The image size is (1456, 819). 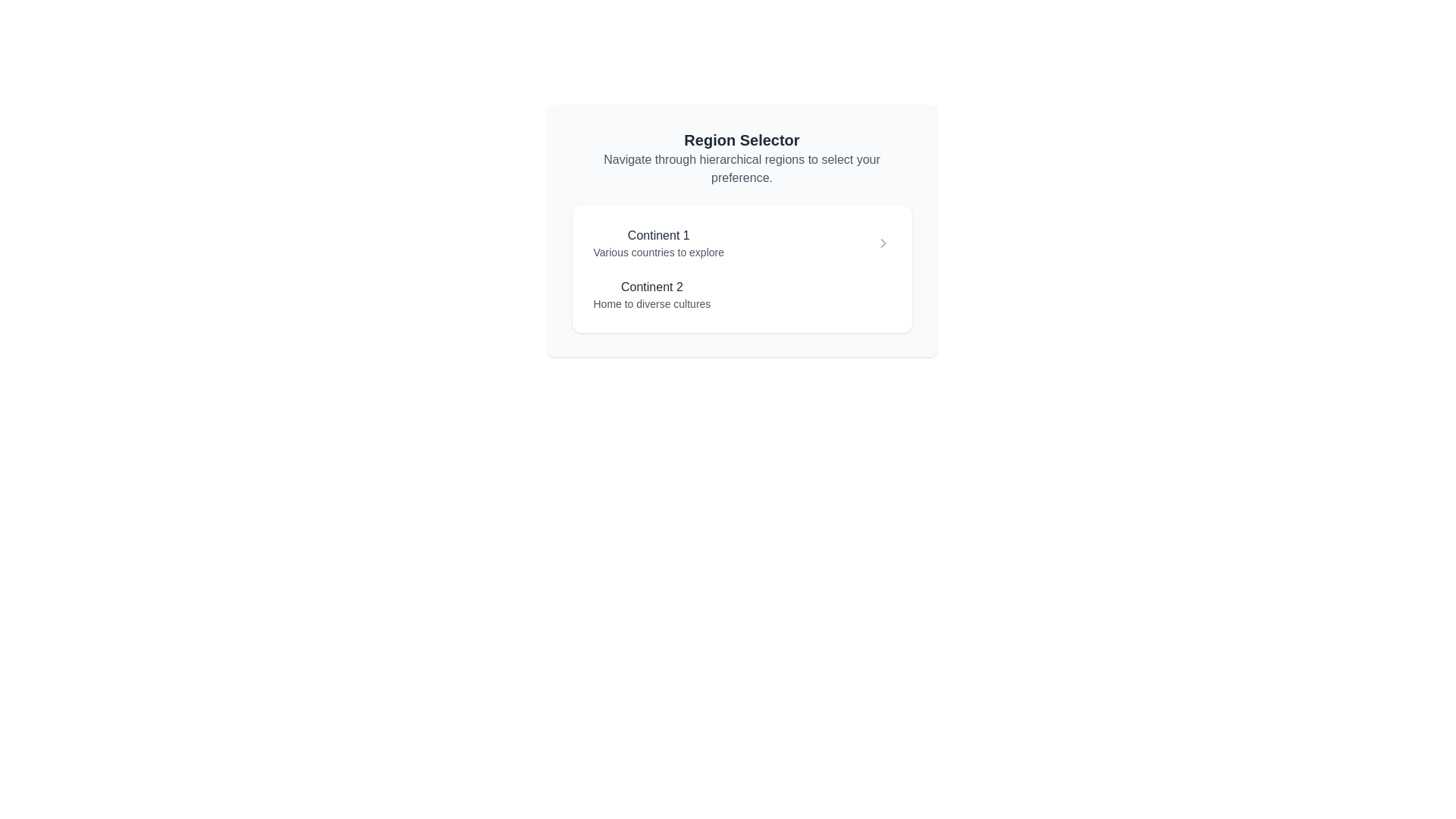 I want to click on the SVG Chevron Icon that indicates navigation for 'Continent 1', positioned to the right of the text, so click(x=883, y=242).